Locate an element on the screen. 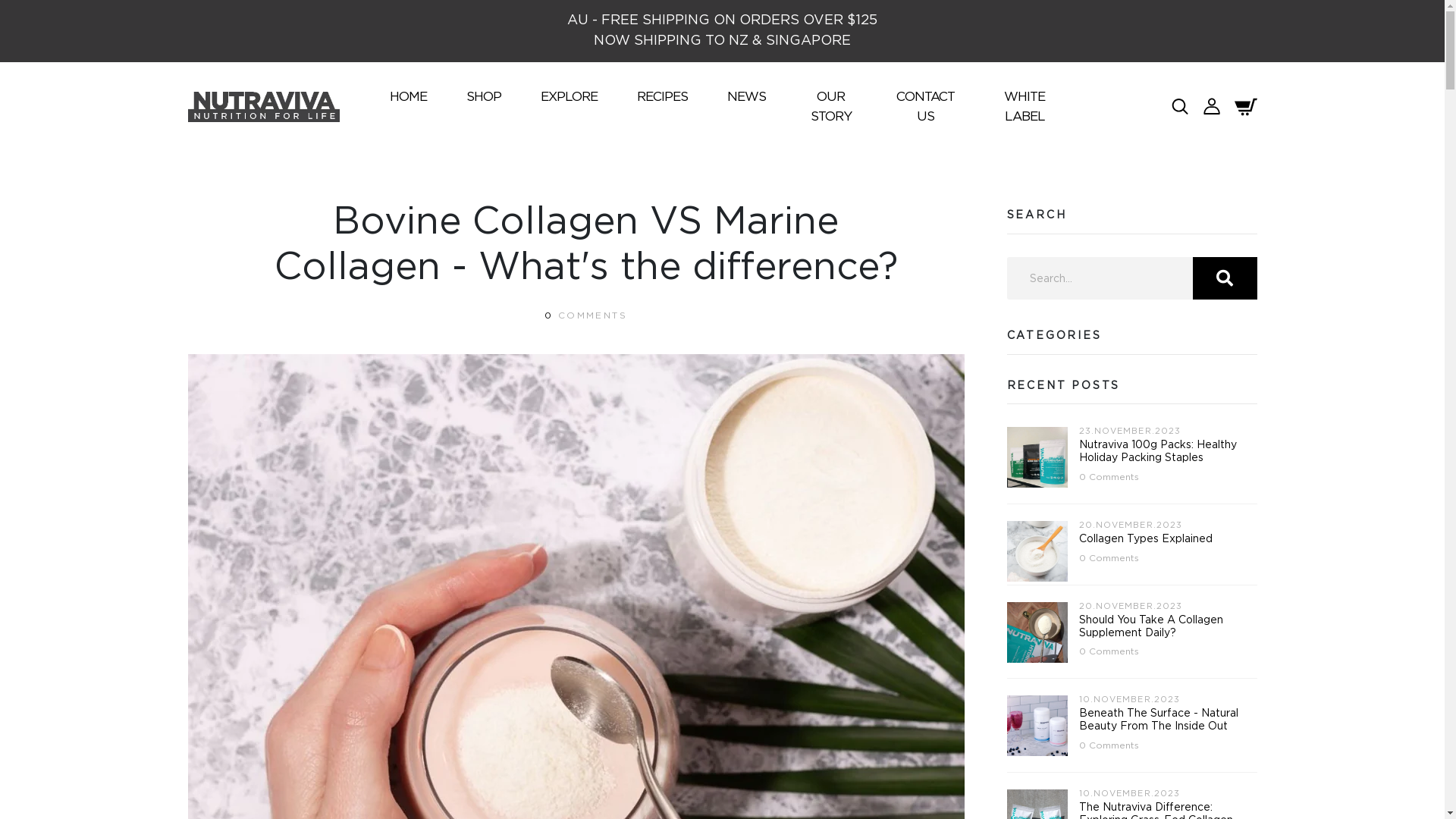 The height and width of the screenshot is (819, 1456). '0' is located at coordinates (548, 315).